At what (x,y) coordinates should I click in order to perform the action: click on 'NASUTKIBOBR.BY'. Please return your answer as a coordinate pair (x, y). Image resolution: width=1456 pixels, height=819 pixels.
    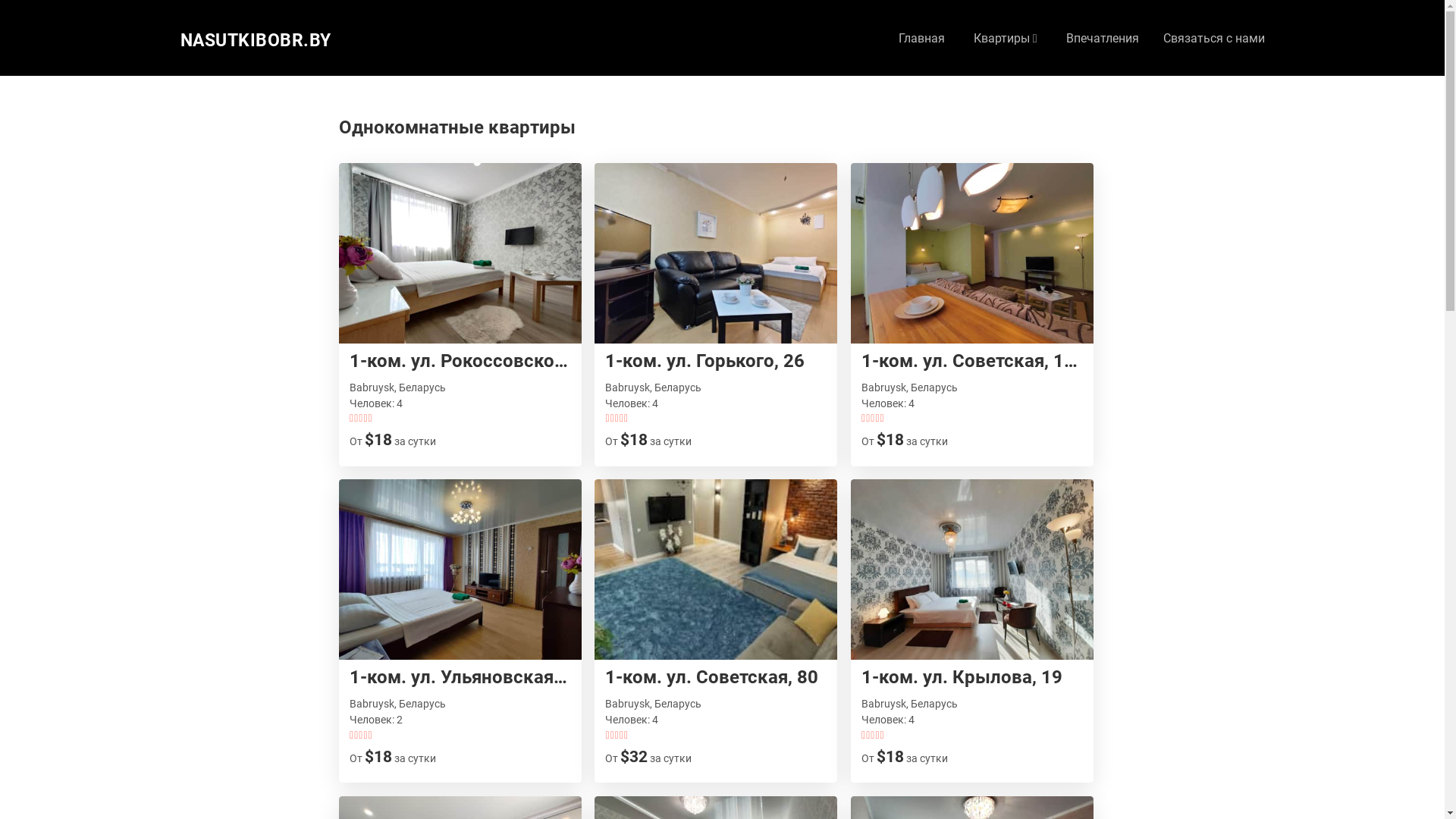
    Looking at the image, I should click on (256, 40).